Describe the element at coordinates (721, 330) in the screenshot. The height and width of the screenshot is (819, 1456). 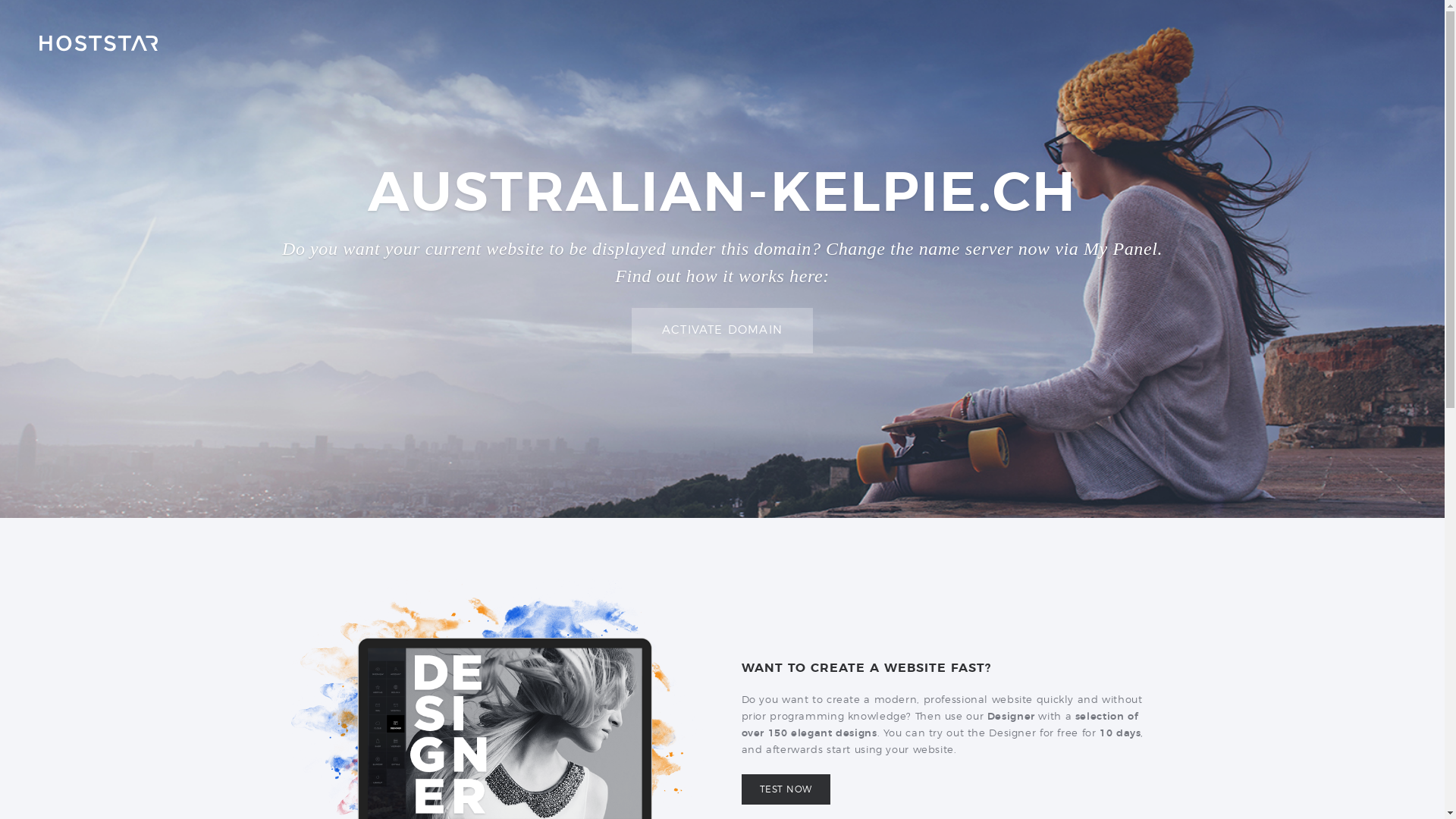
I see `'ACTIVATE DOMAIN'` at that location.